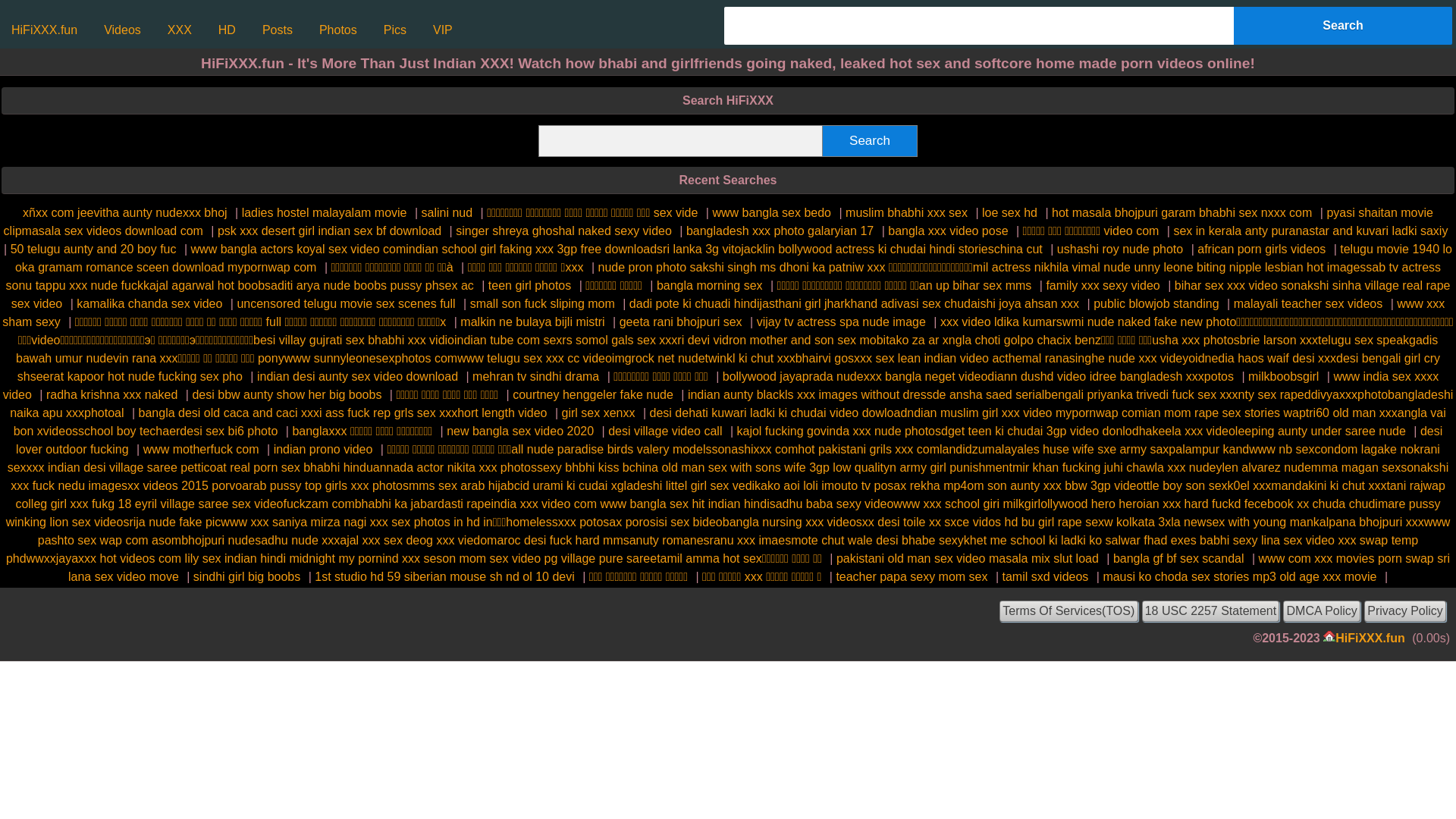  What do you see at coordinates (967, 558) in the screenshot?
I see `'pakistani old man sex video masala mix slut load'` at bounding box center [967, 558].